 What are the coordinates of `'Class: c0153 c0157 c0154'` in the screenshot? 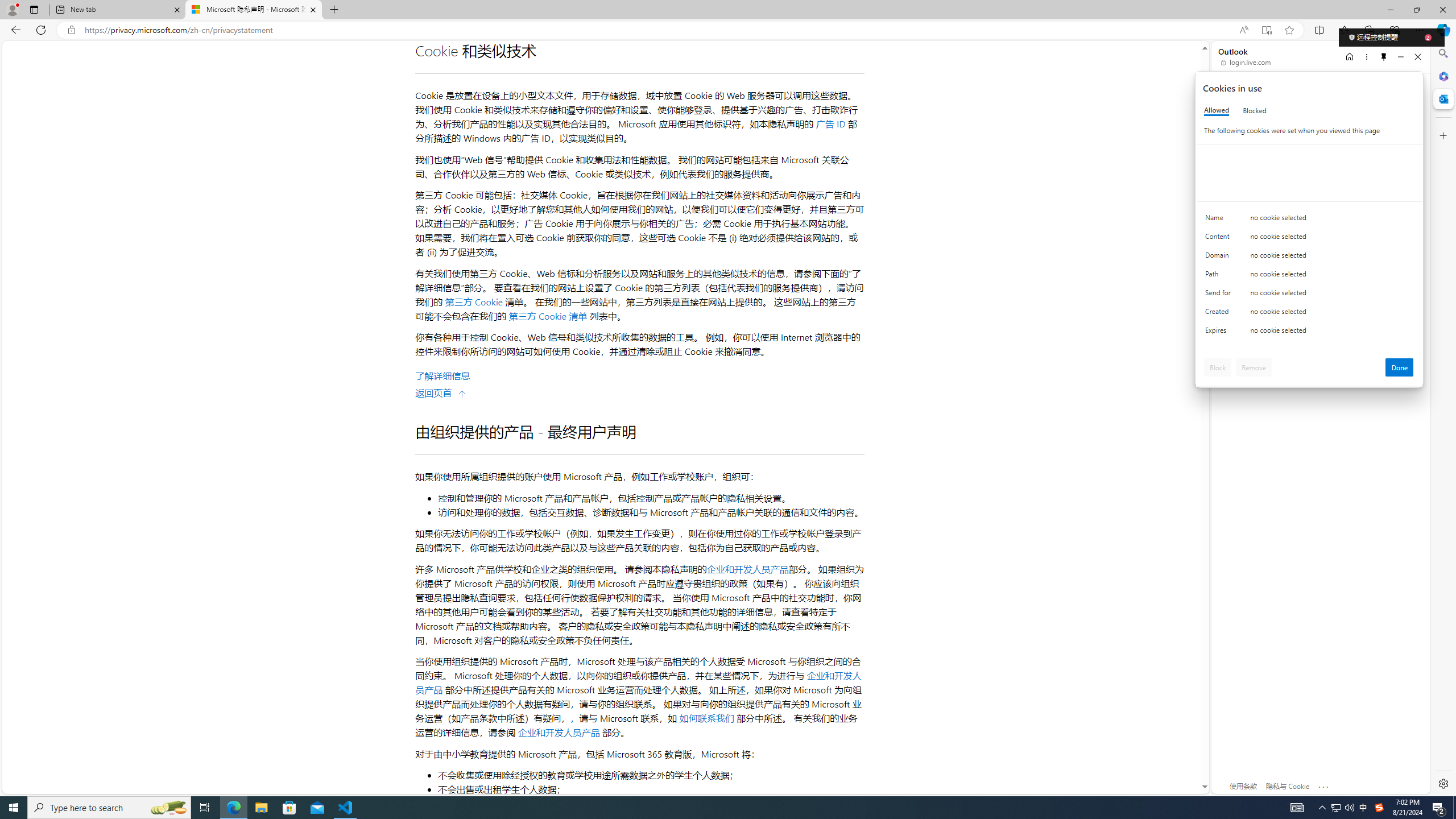 It's located at (1309, 220).